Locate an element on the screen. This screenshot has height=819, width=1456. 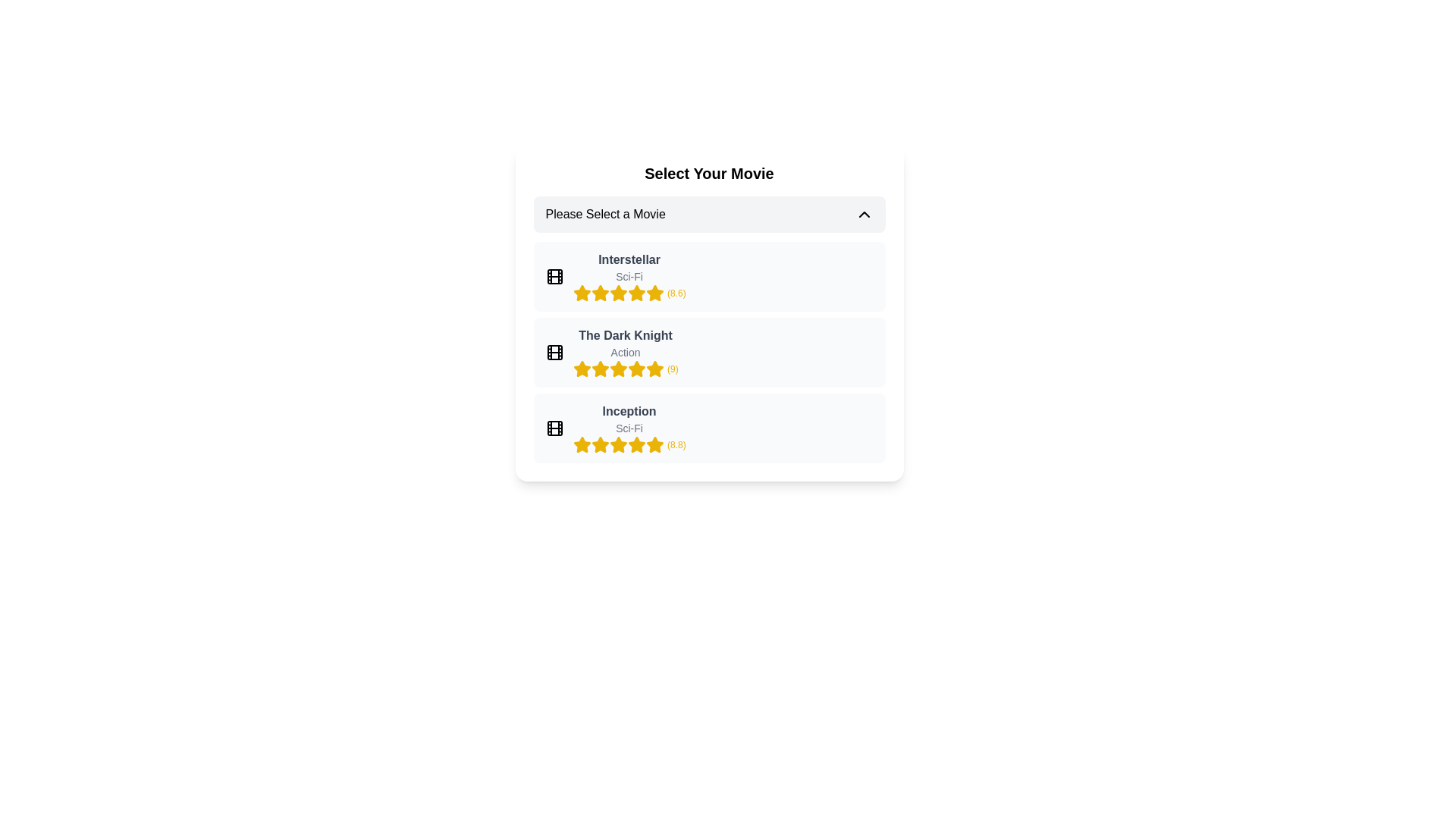
the film strip icon located next to the title and description of the movie 'Inception' in the movie selection list is located at coordinates (554, 428).